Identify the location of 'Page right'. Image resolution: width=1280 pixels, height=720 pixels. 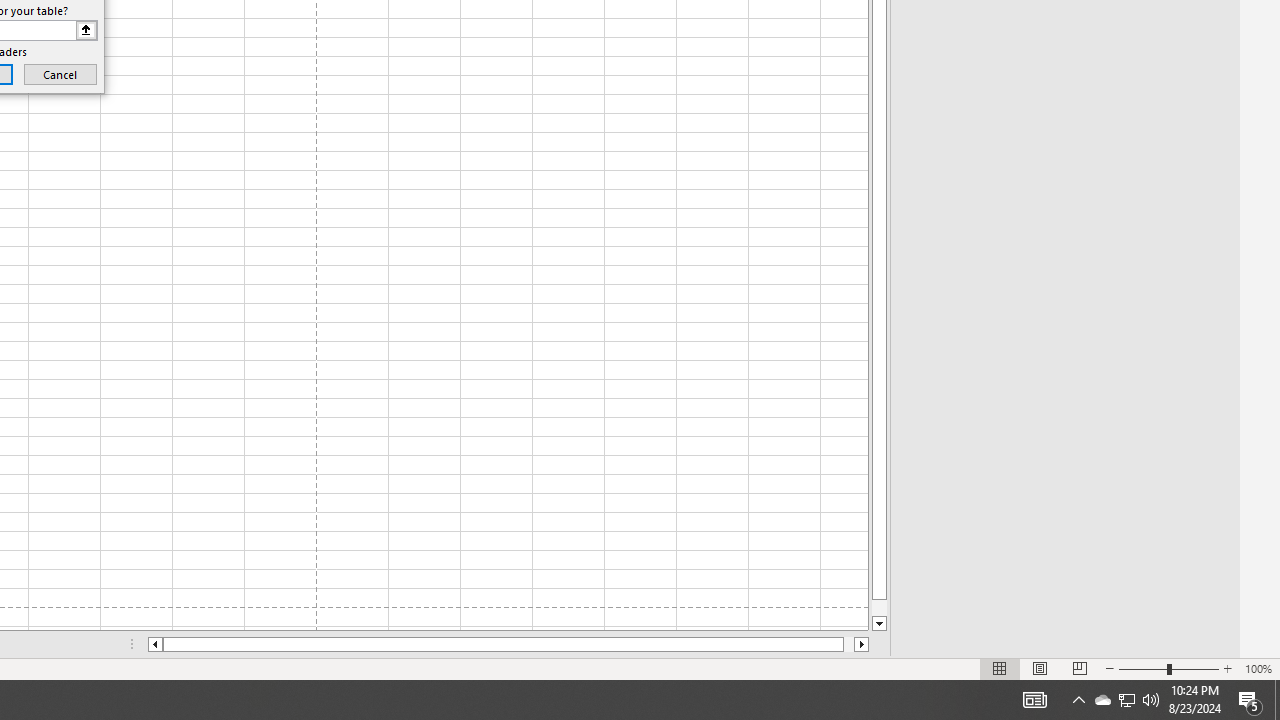
(848, 644).